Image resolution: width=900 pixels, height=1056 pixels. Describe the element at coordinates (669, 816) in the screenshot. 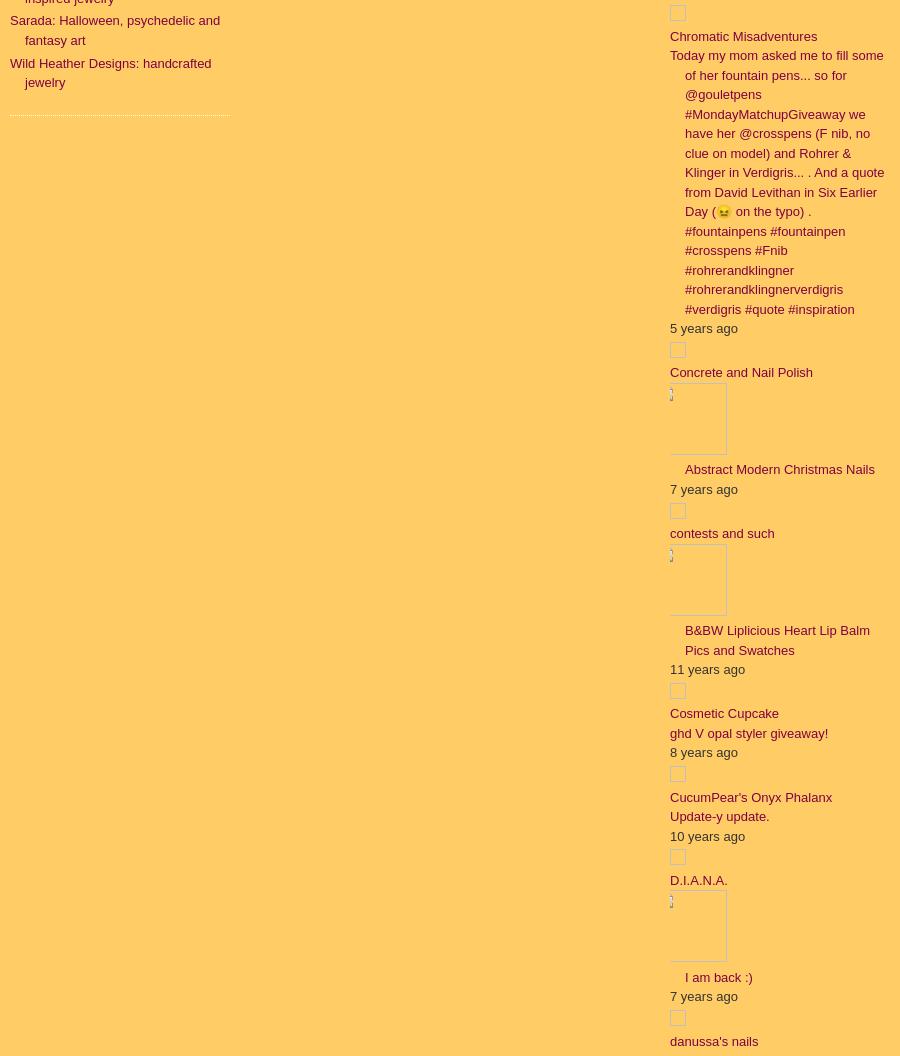

I see `'Update-y update.'` at that location.